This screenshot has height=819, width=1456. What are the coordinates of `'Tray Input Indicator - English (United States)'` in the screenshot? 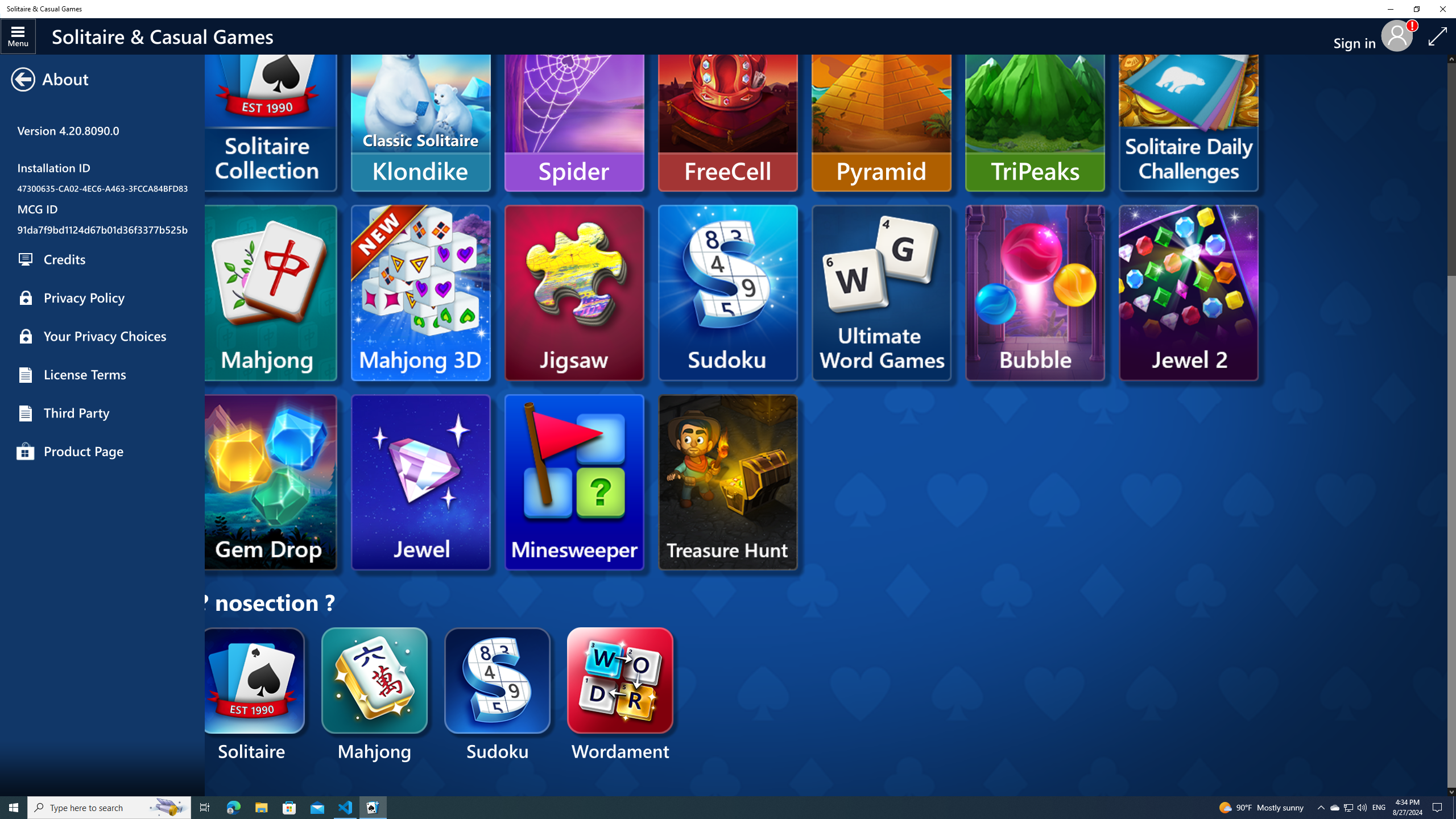 It's located at (1379, 806).